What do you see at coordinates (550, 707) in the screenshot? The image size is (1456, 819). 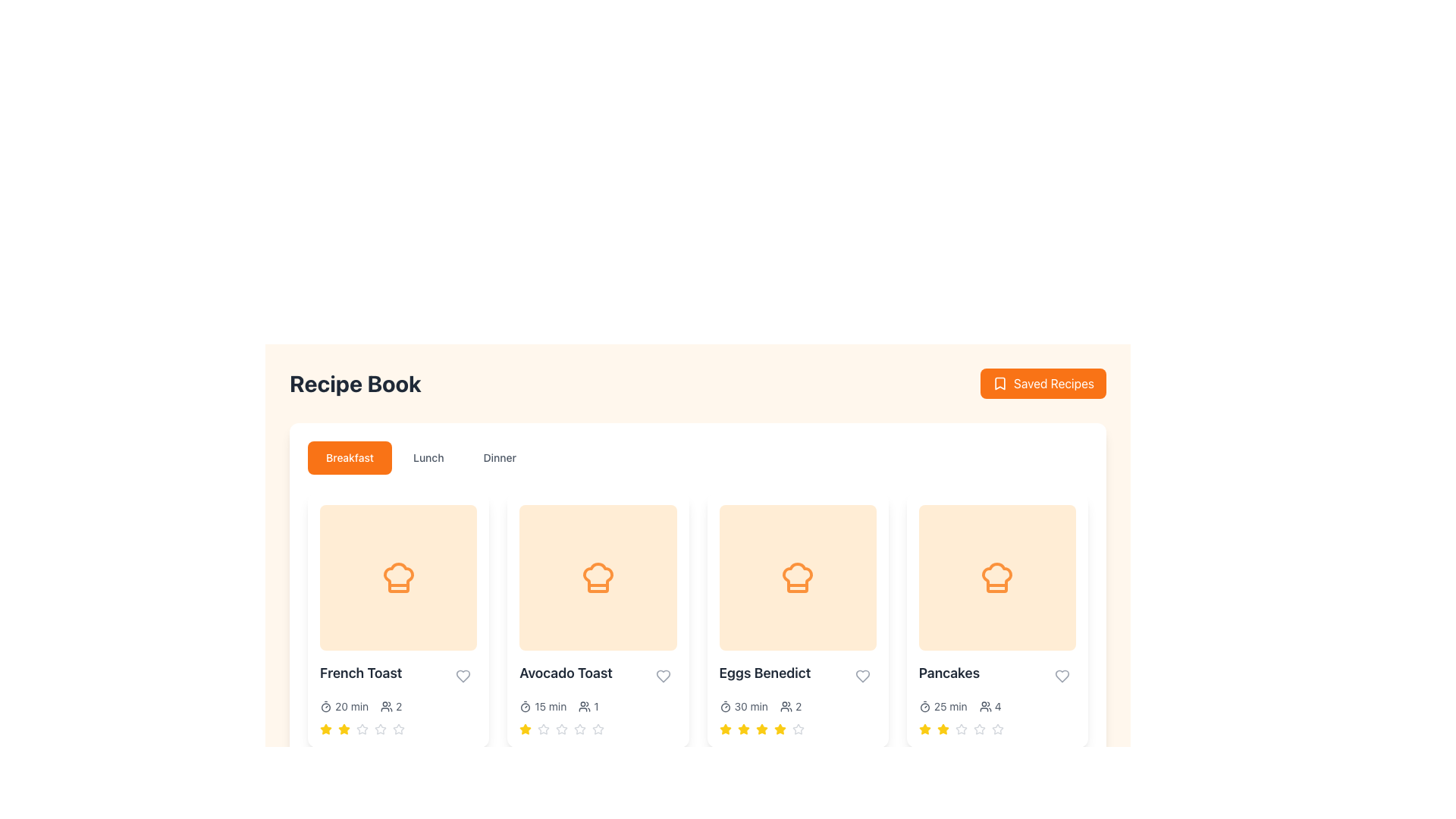 I see `the label displaying '15 min', which is styled in dark gray font and located below the 'Avocado Toast' card, following a clock icon` at bounding box center [550, 707].